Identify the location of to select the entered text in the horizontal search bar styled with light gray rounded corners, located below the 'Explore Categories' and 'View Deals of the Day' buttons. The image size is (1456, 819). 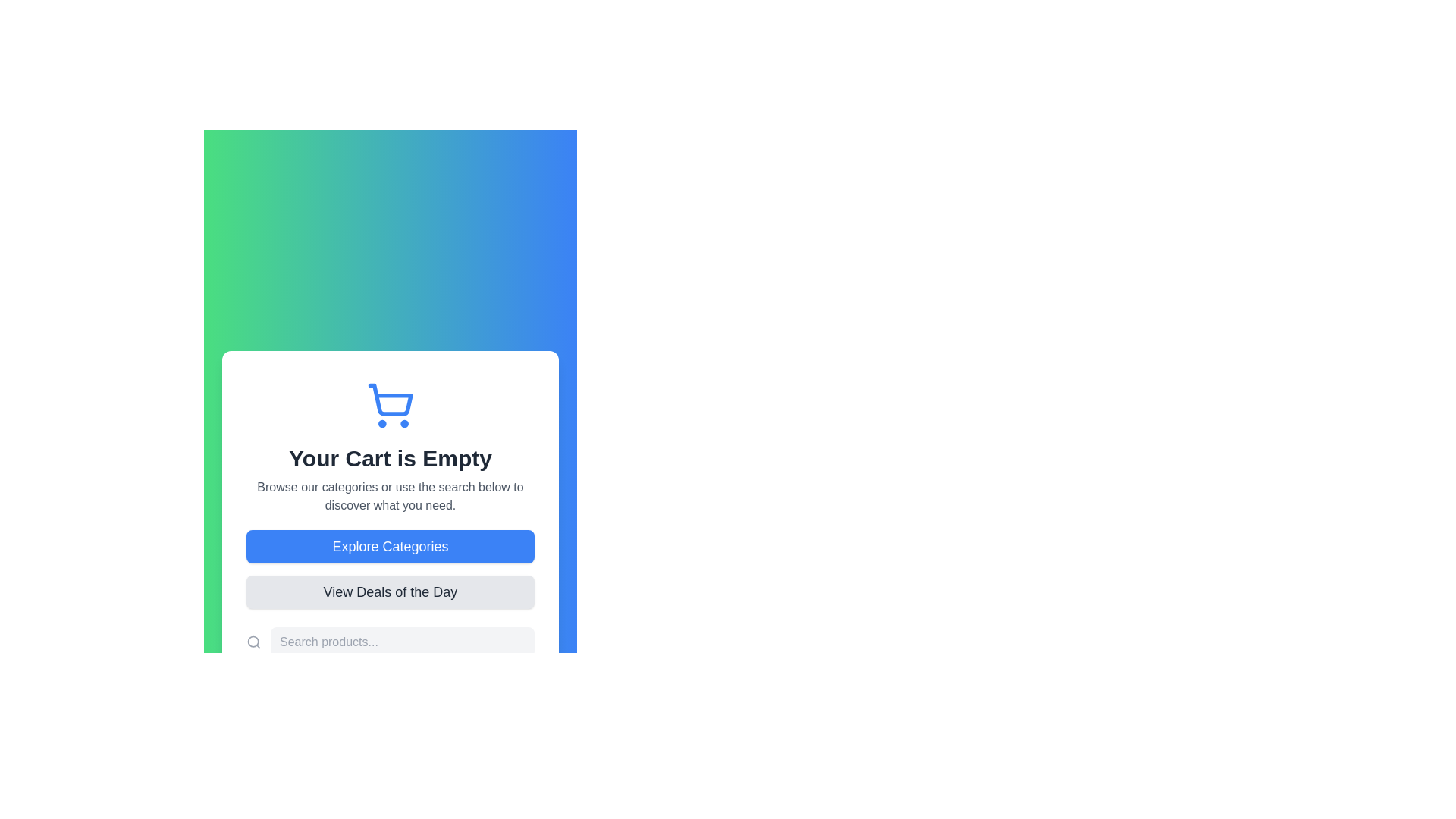
(390, 661).